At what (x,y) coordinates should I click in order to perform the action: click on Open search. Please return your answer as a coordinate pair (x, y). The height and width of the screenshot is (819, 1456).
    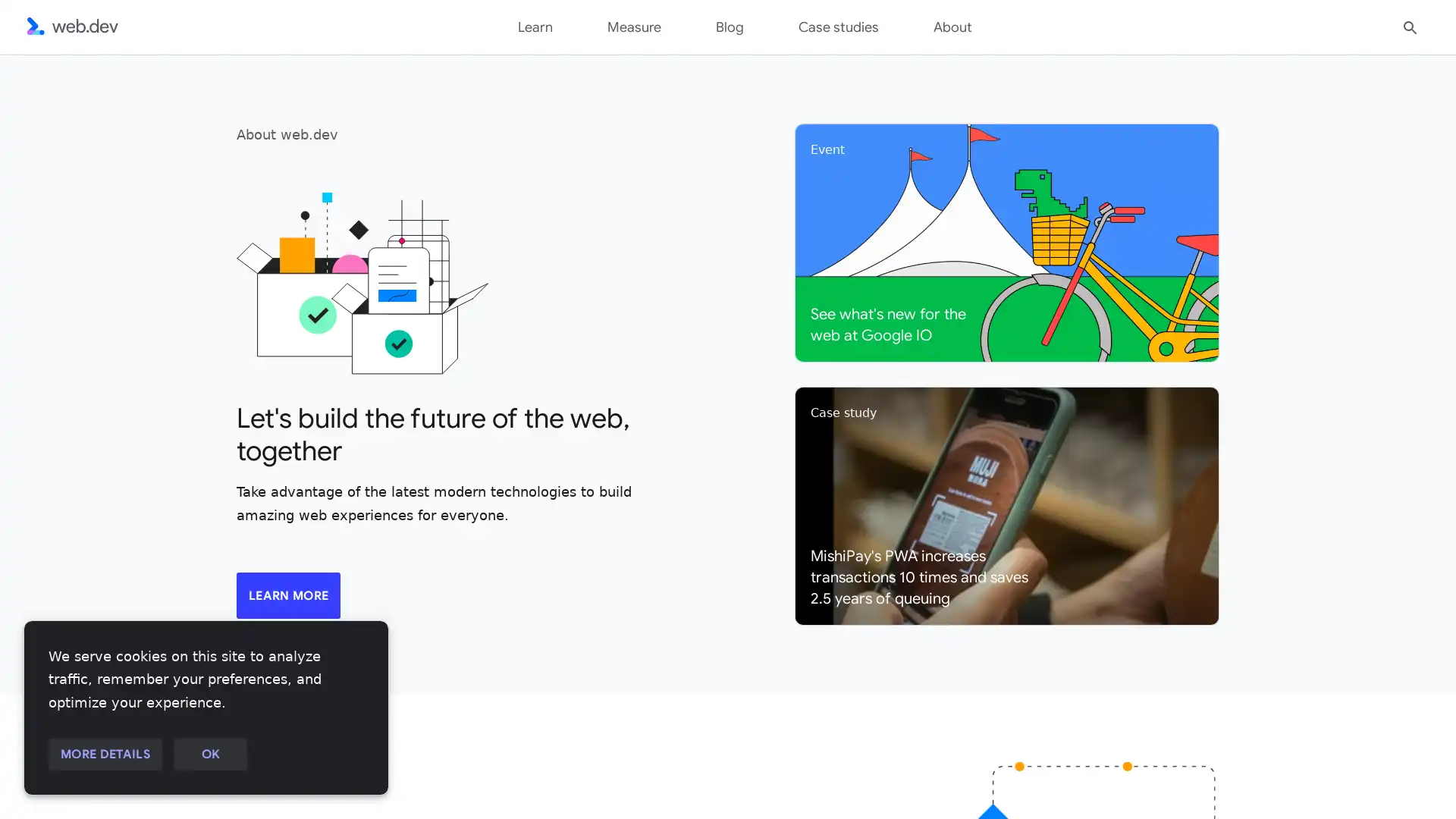
    Looking at the image, I should click on (1410, 26).